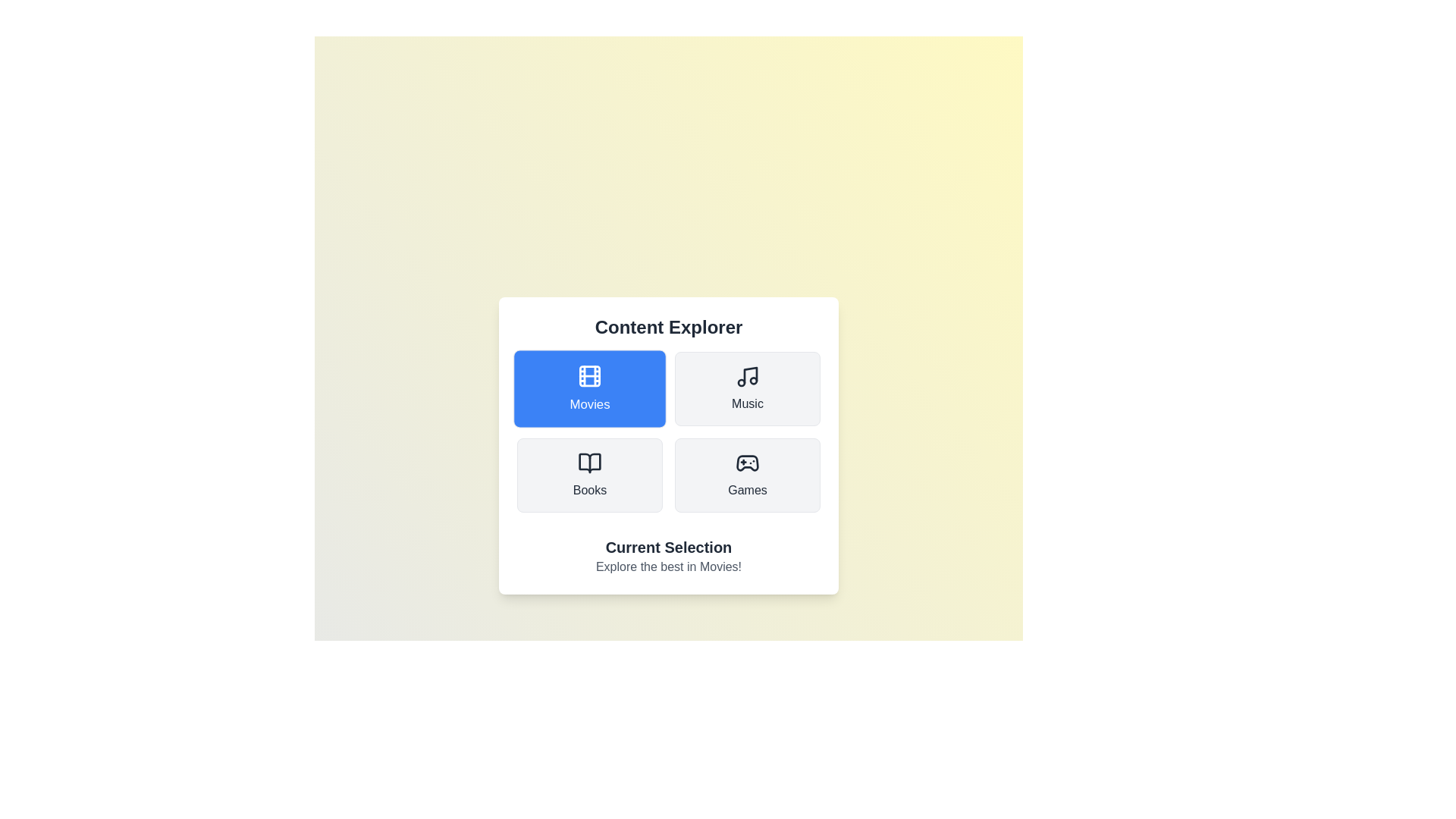 The height and width of the screenshot is (819, 1456). Describe the element at coordinates (747, 388) in the screenshot. I see `the category Music by clicking on its button` at that location.